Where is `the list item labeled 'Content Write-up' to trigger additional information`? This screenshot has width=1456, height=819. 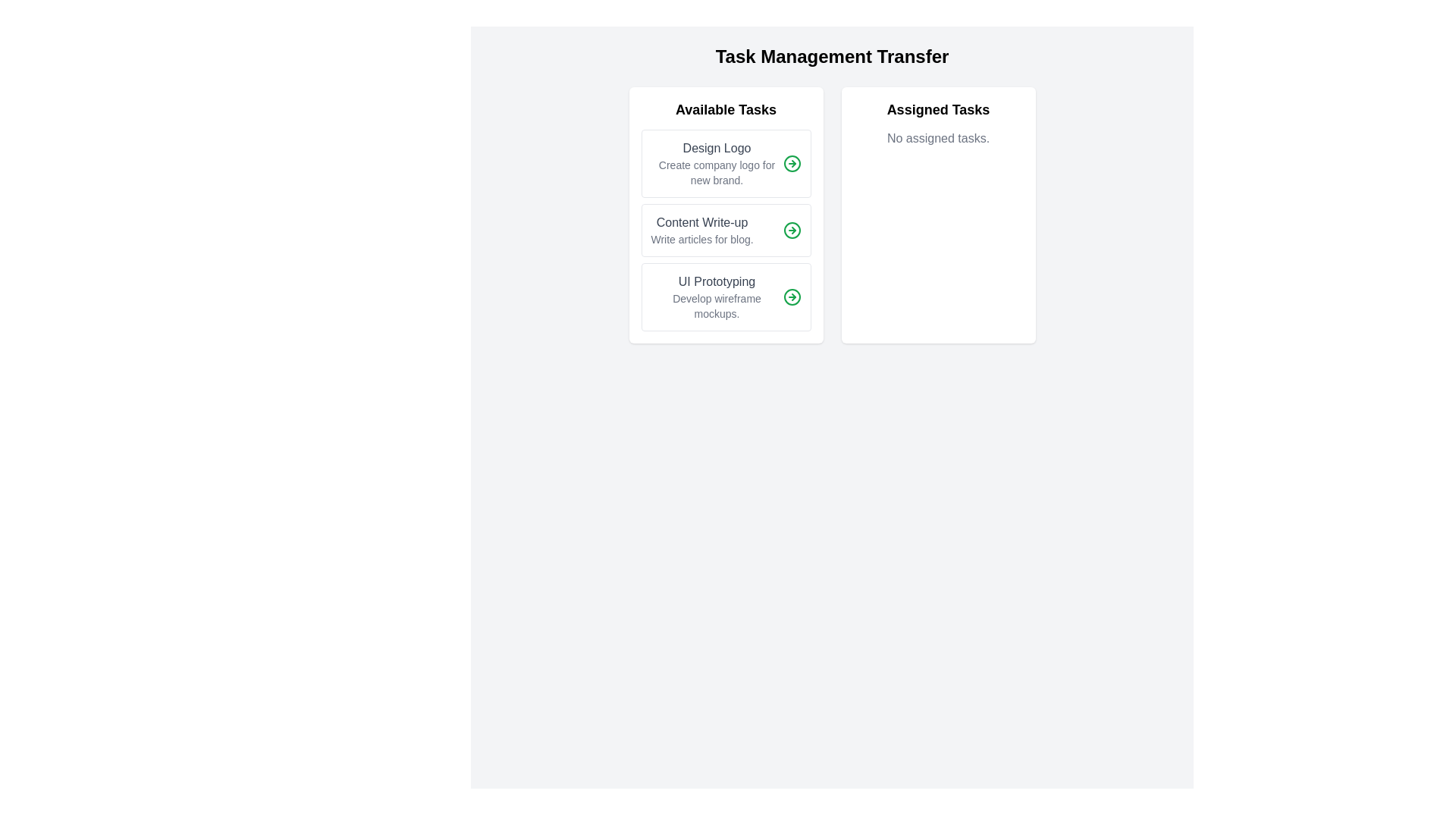 the list item labeled 'Content Write-up' to trigger additional information is located at coordinates (725, 231).